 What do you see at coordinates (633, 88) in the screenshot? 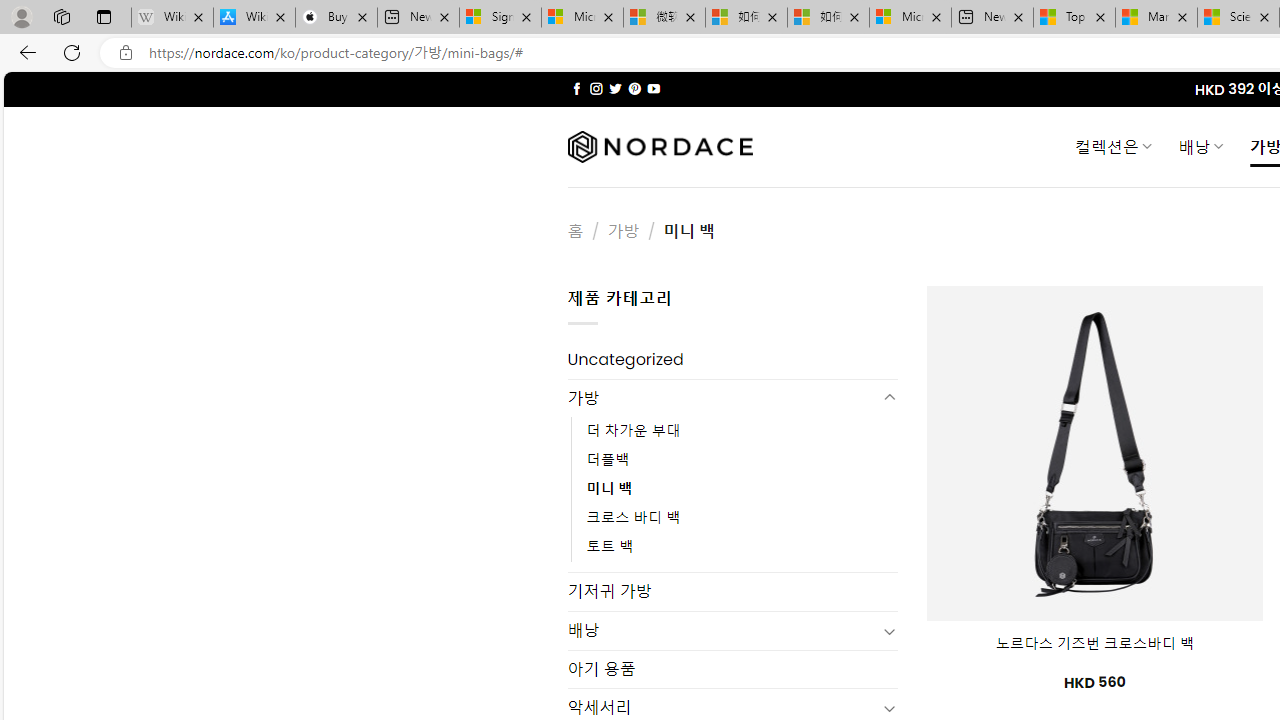
I see `'Follow on Pinterest'` at bounding box center [633, 88].